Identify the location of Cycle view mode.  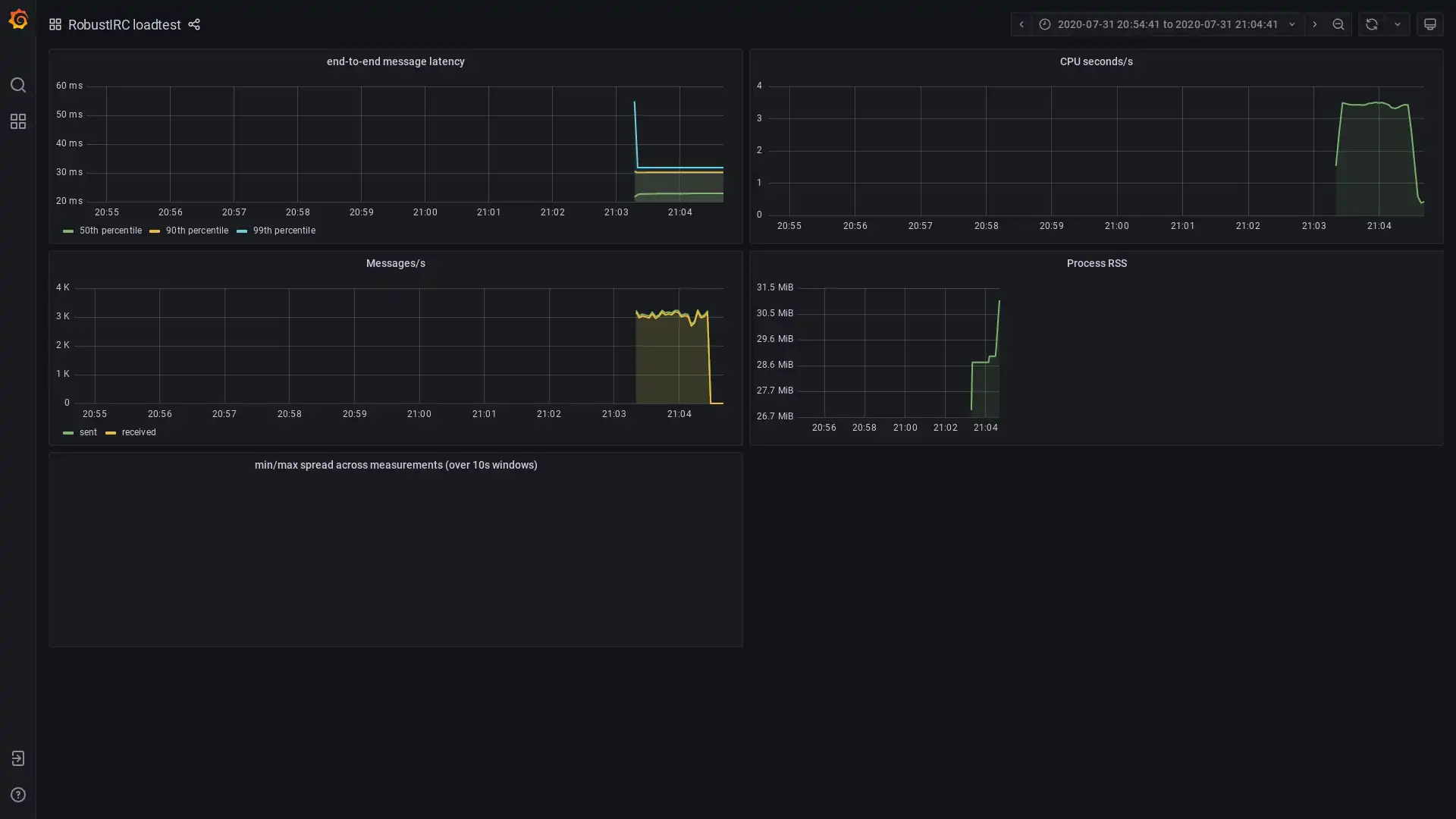
(1429, 24).